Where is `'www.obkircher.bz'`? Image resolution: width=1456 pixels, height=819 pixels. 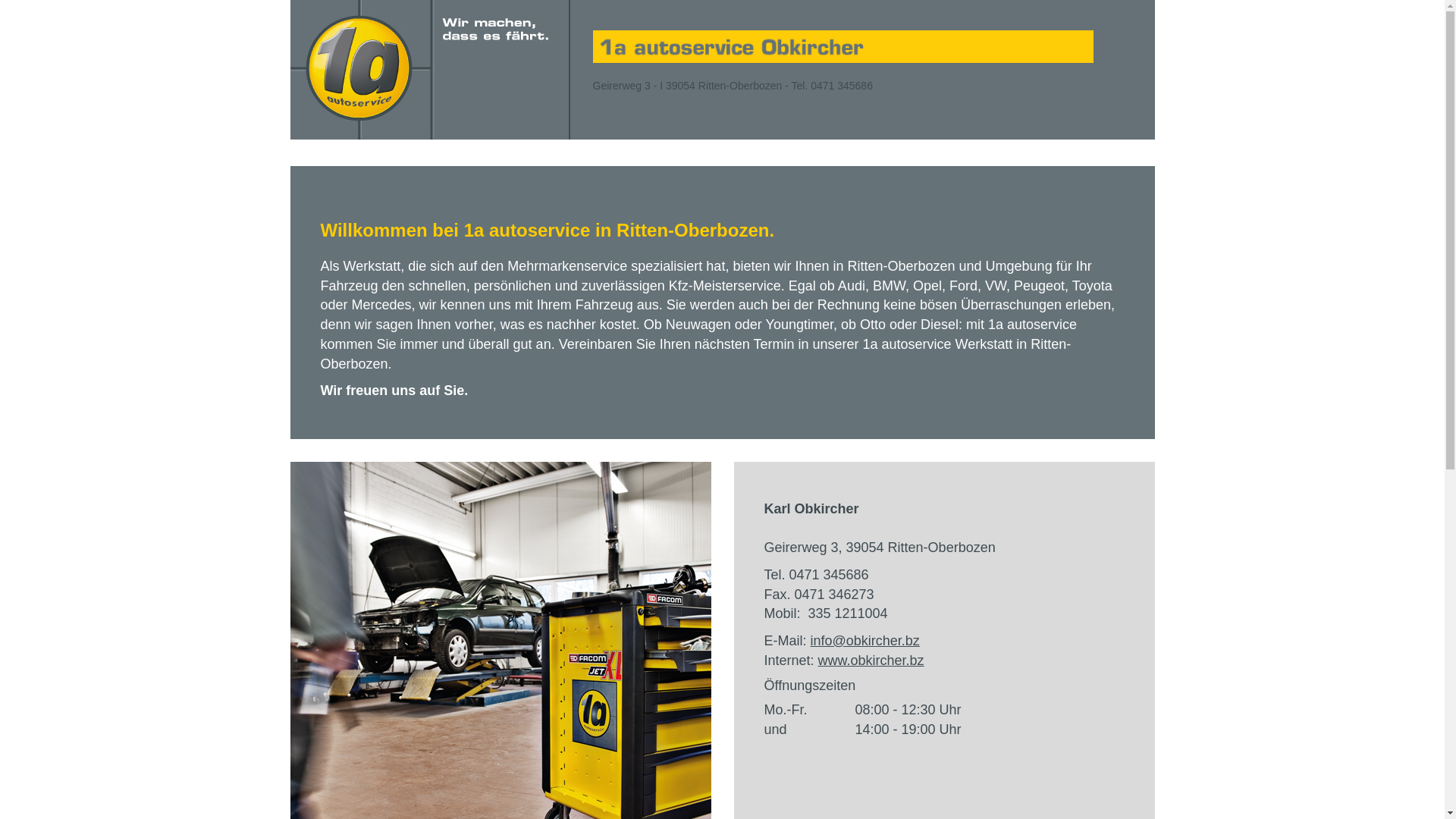
'www.obkircher.bz' is located at coordinates (871, 660).